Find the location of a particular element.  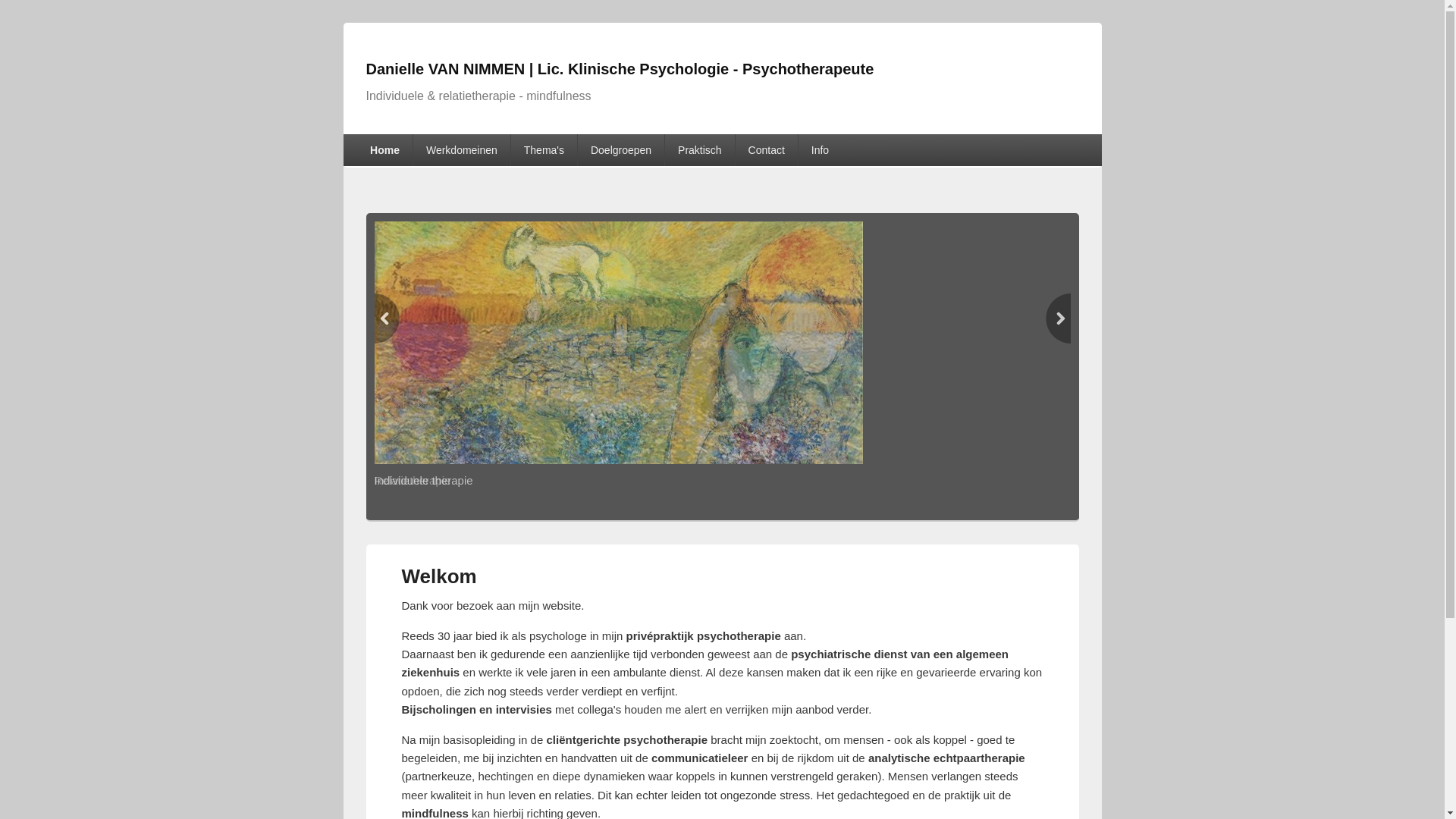

'Home' is located at coordinates (384, 149).